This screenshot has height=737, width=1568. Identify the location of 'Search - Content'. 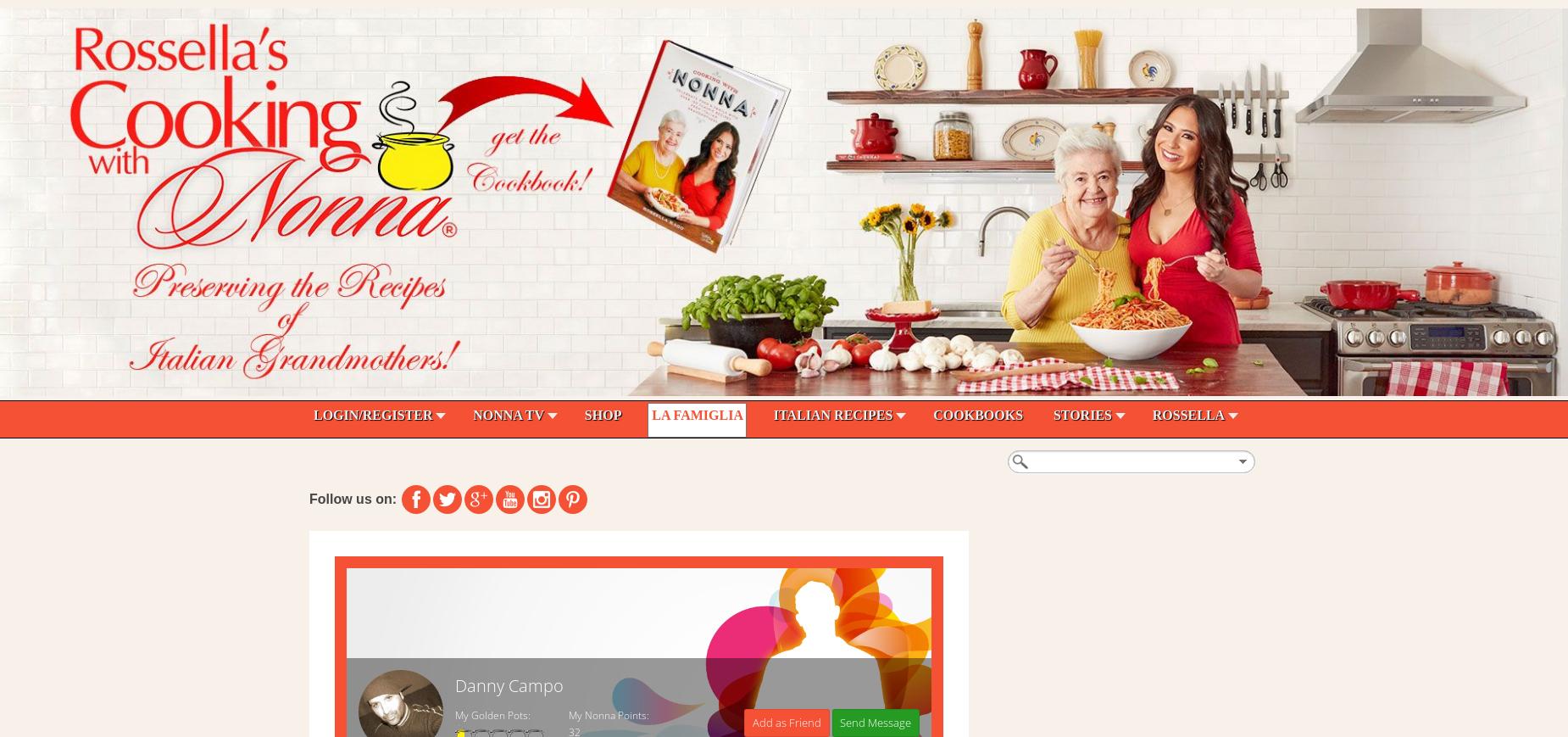
(367, 451).